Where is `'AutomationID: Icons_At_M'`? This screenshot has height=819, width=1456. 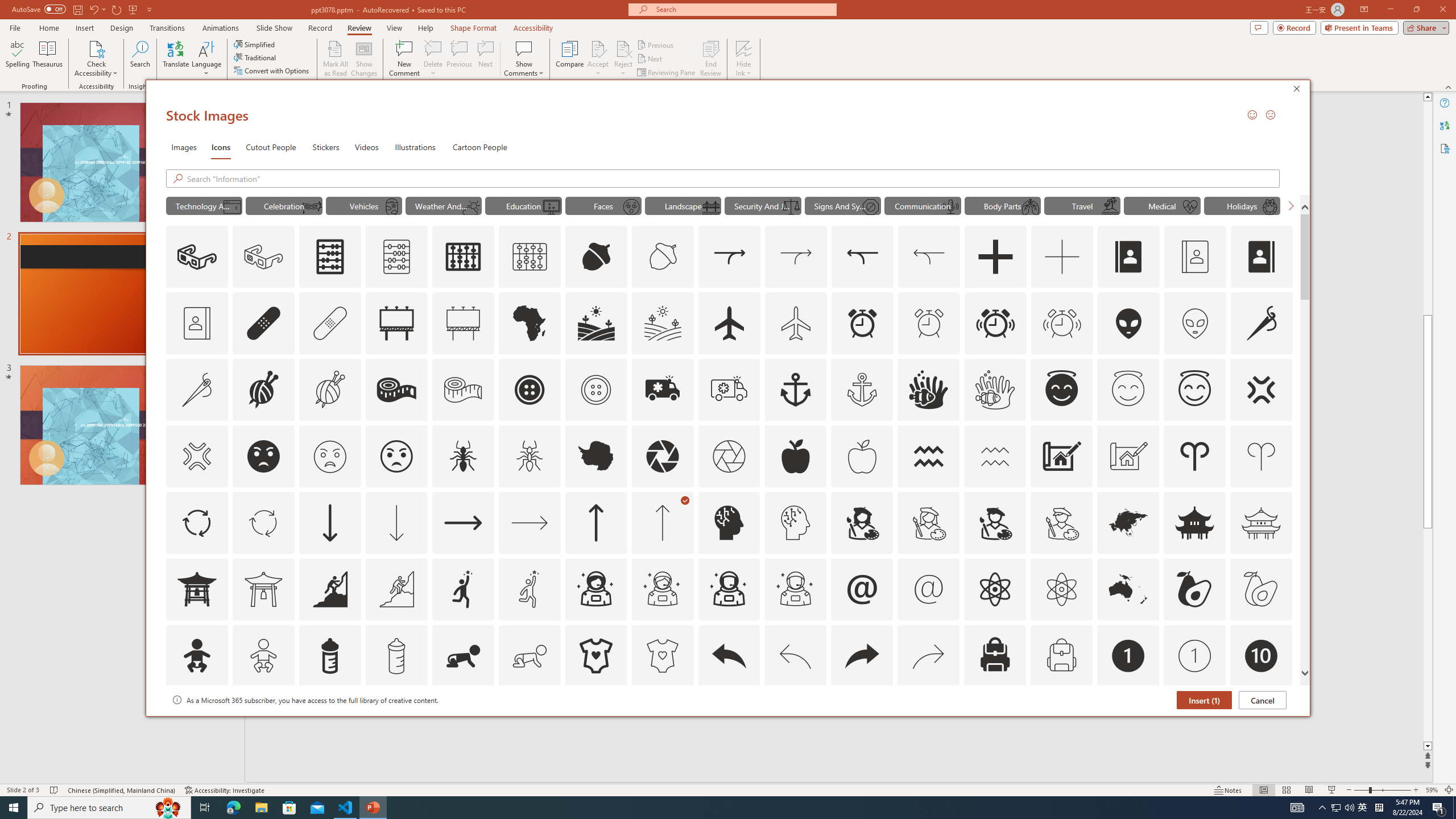 'AutomationID: Icons_At_M' is located at coordinates (928, 588).